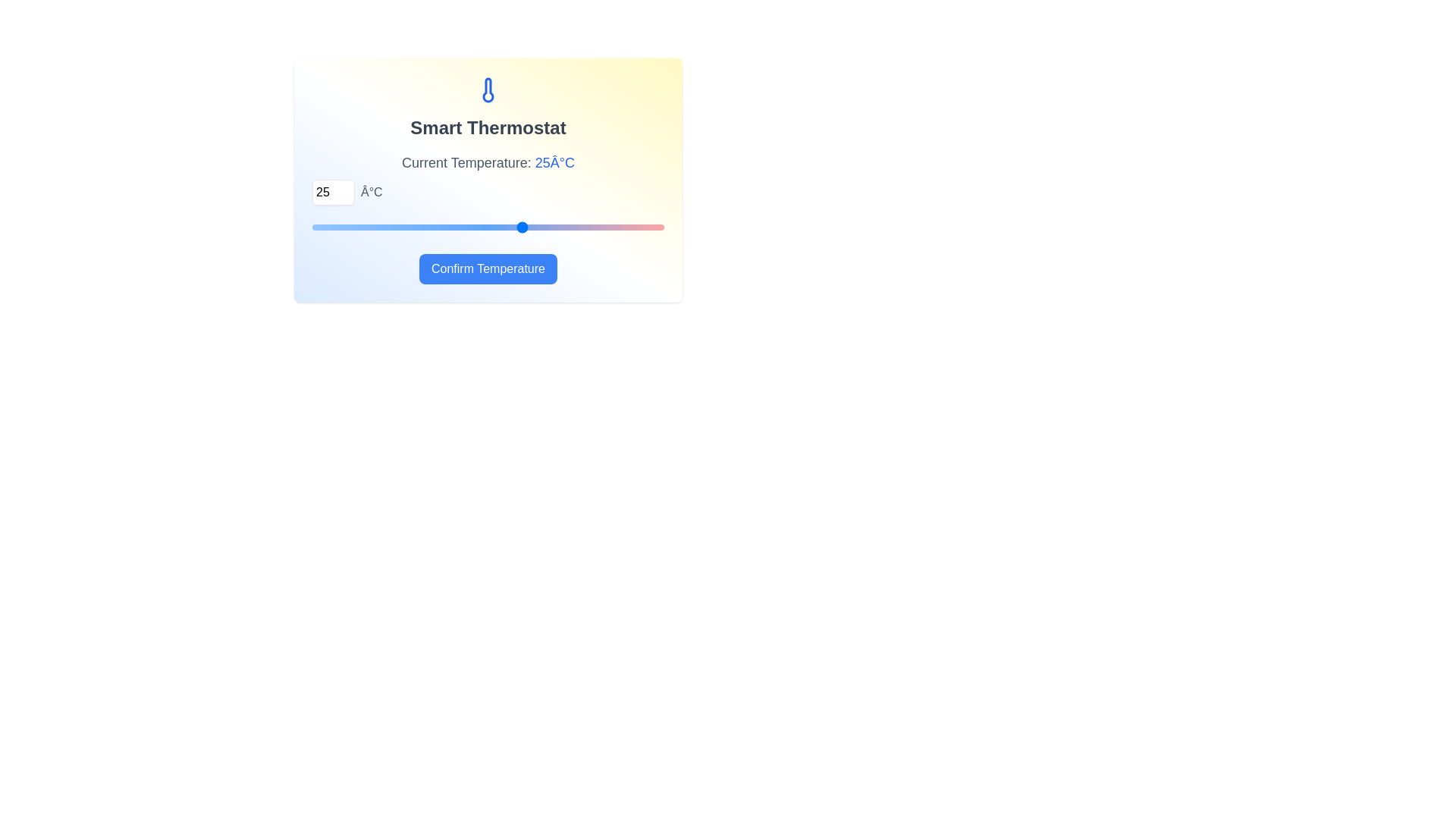 Image resolution: width=1456 pixels, height=819 pixels. Describe the element at coordinates (333, 192) in the screenshot. I see `the temperature to 26°C using the input field` at that location.